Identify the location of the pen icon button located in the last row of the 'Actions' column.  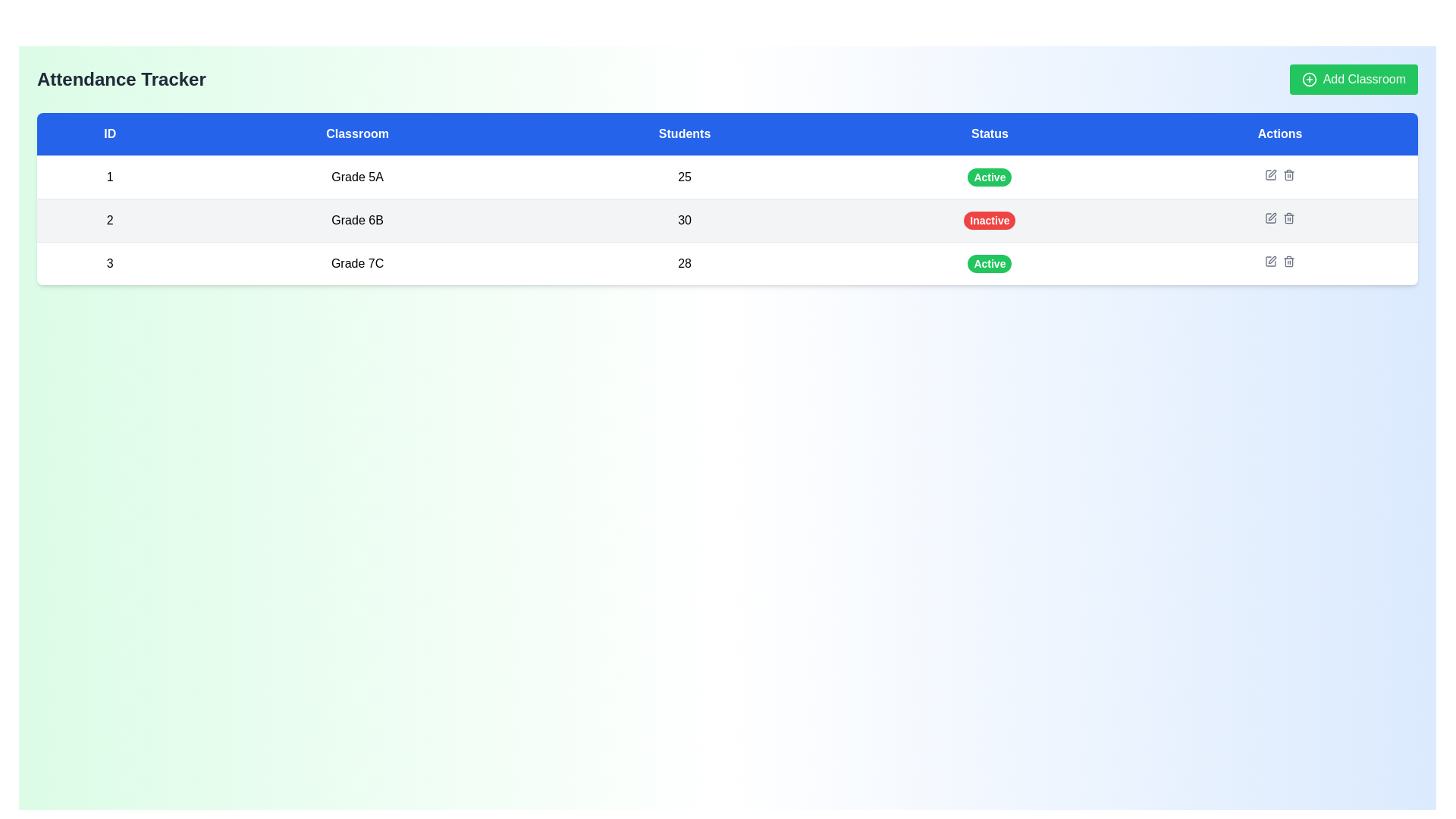
(1270, 260).